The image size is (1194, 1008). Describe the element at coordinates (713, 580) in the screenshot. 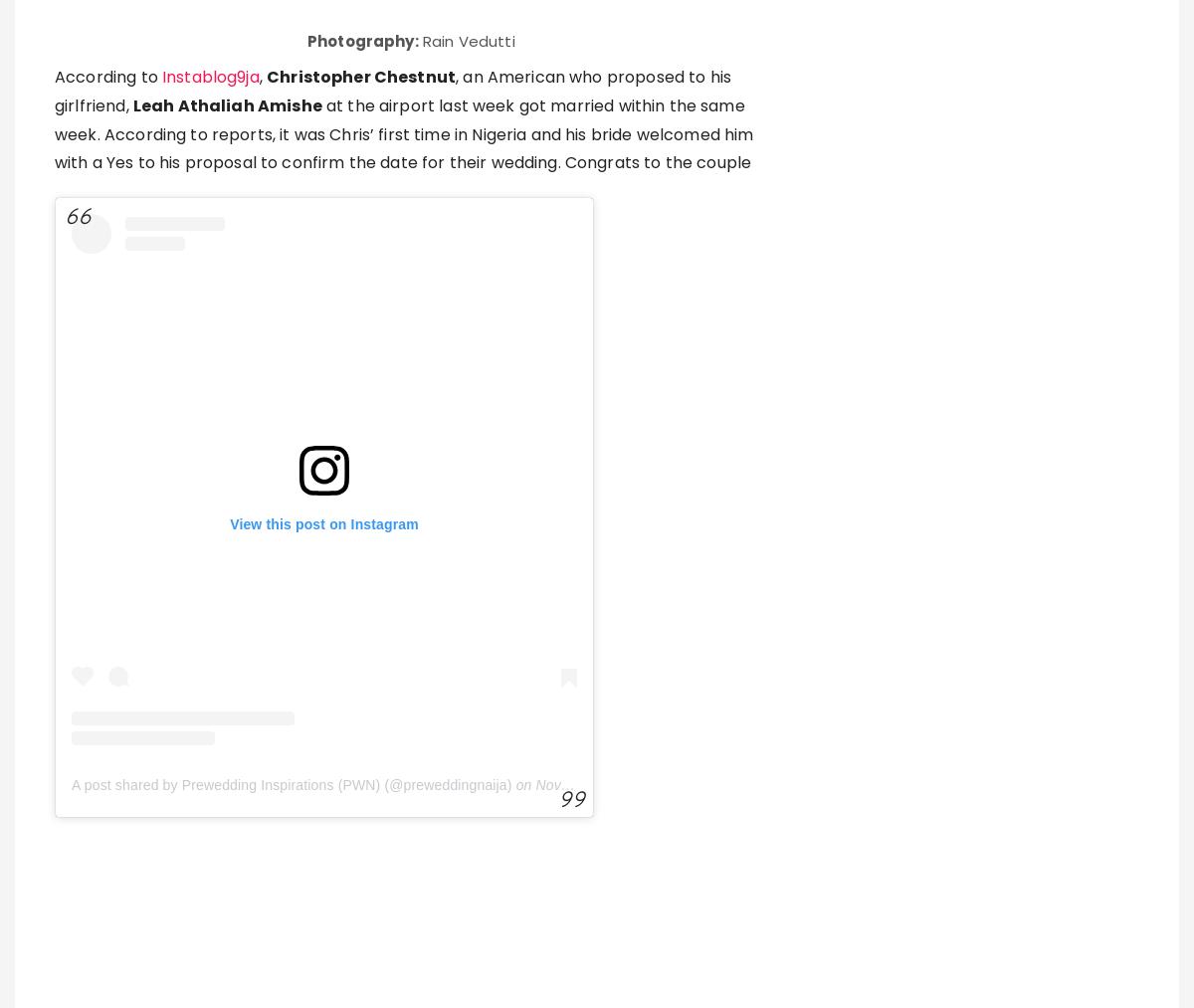

I see `'Daily Mail'` at that location.